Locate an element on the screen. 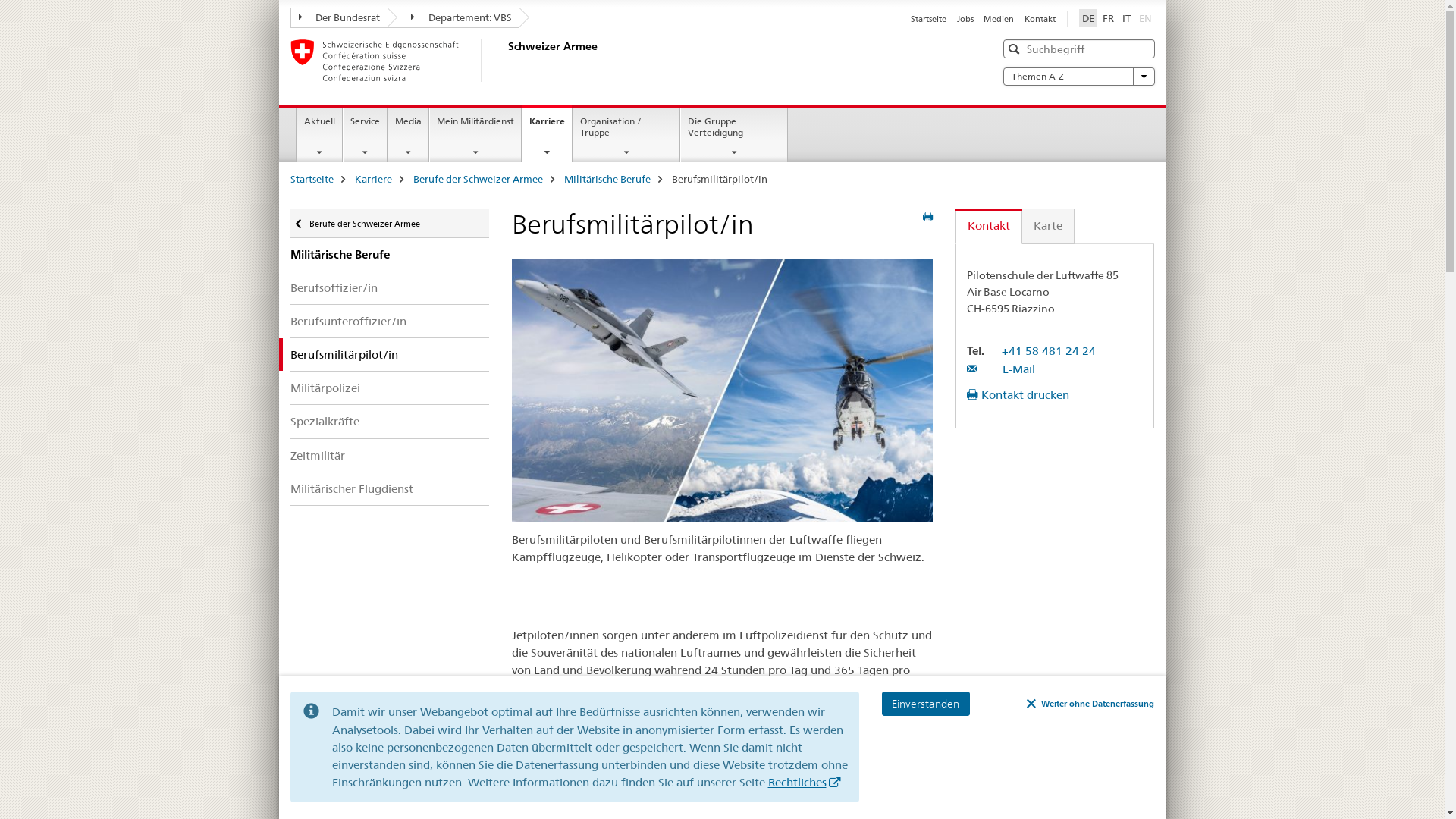 The width and height of the screenshot is (1456, 819). 'Departement: VBS' is located at coordinates (453, 17).